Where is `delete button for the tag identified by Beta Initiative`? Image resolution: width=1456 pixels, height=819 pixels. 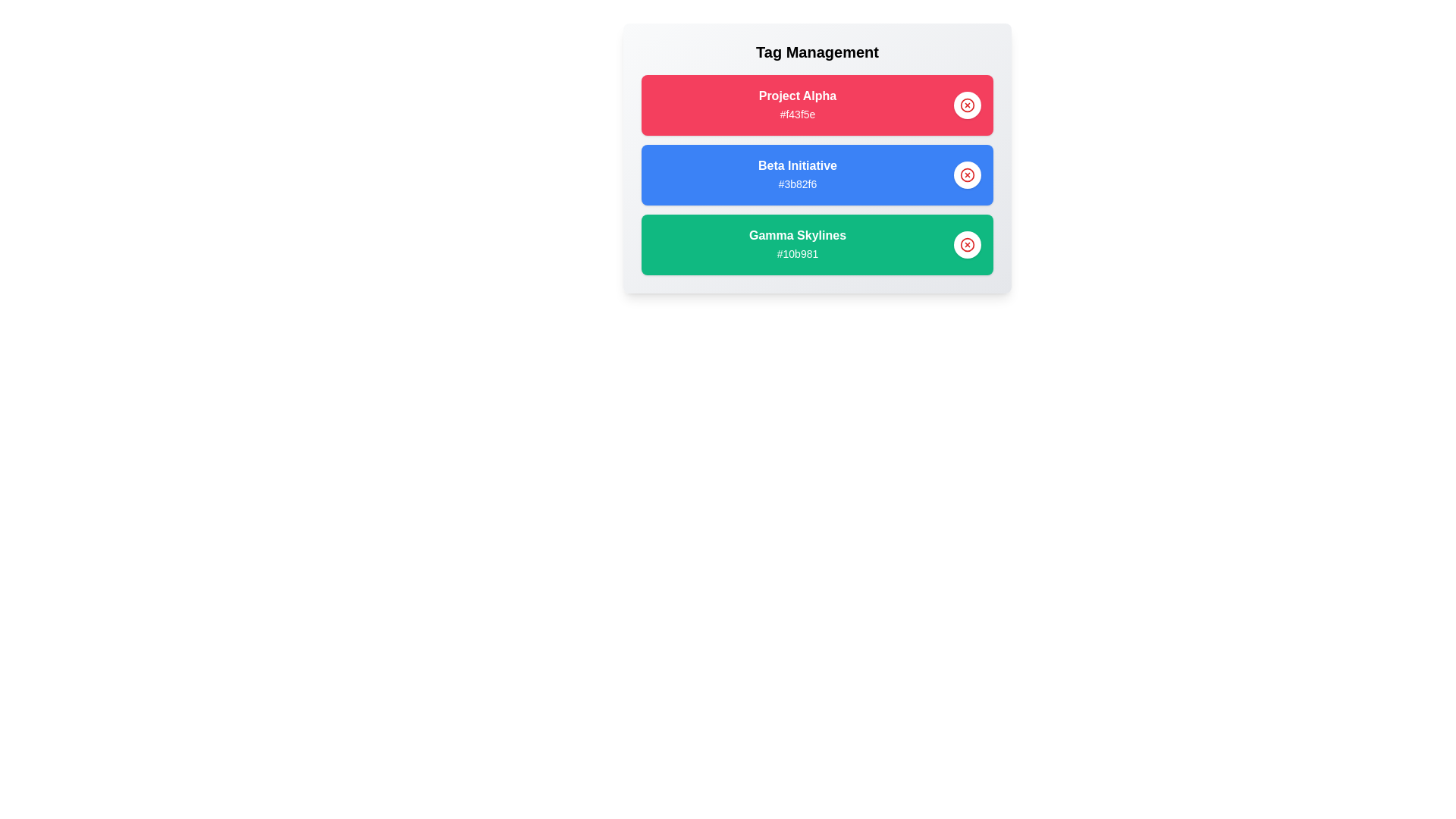
delete button for the tag identified by Beta Initiative is located at coordinates (967, 174).